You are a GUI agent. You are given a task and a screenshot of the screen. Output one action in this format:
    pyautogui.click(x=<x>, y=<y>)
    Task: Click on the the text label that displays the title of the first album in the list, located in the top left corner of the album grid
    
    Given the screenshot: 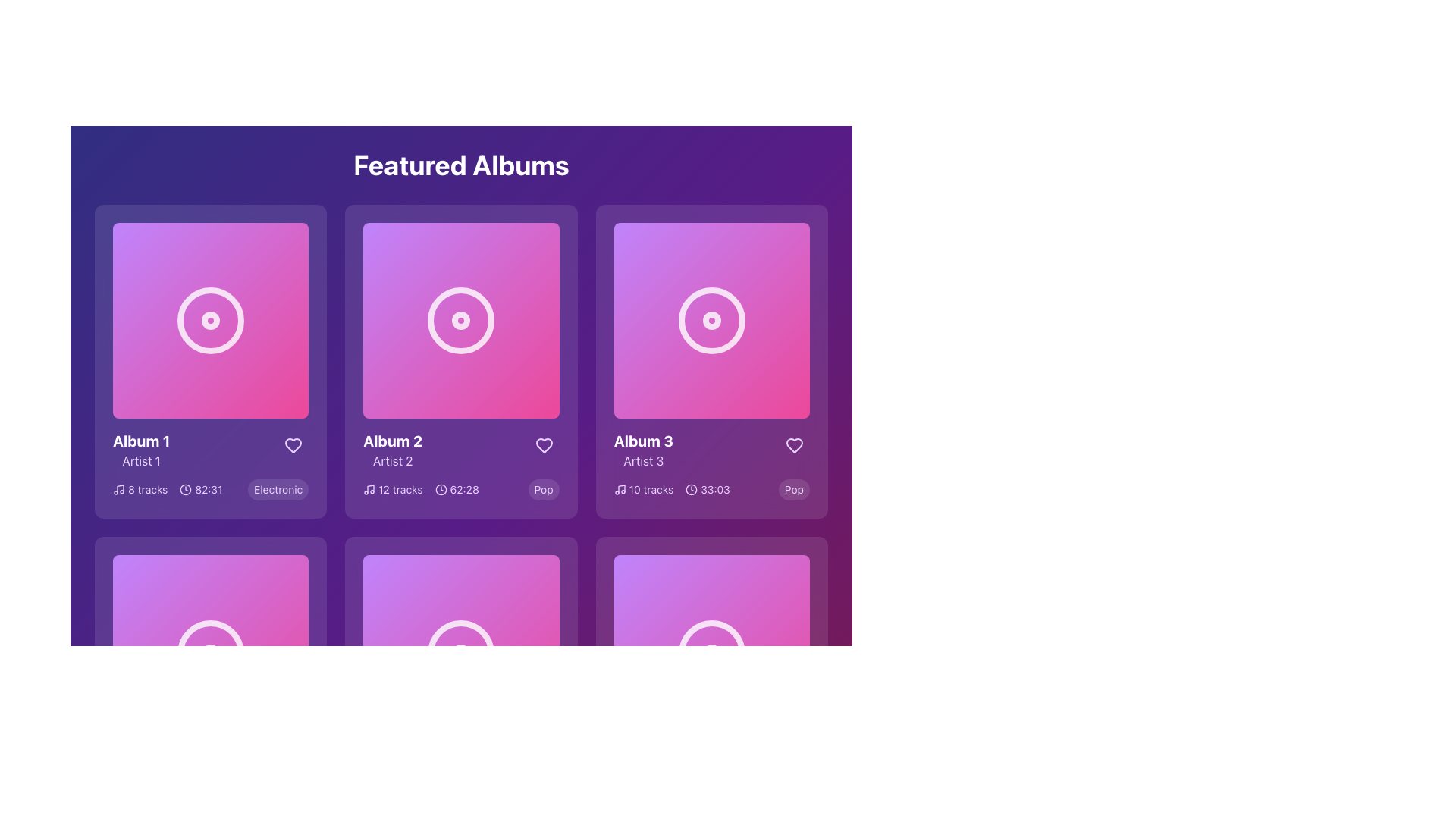 What is the action you would take?
    pyautogui.click(x=141, y=441)
    